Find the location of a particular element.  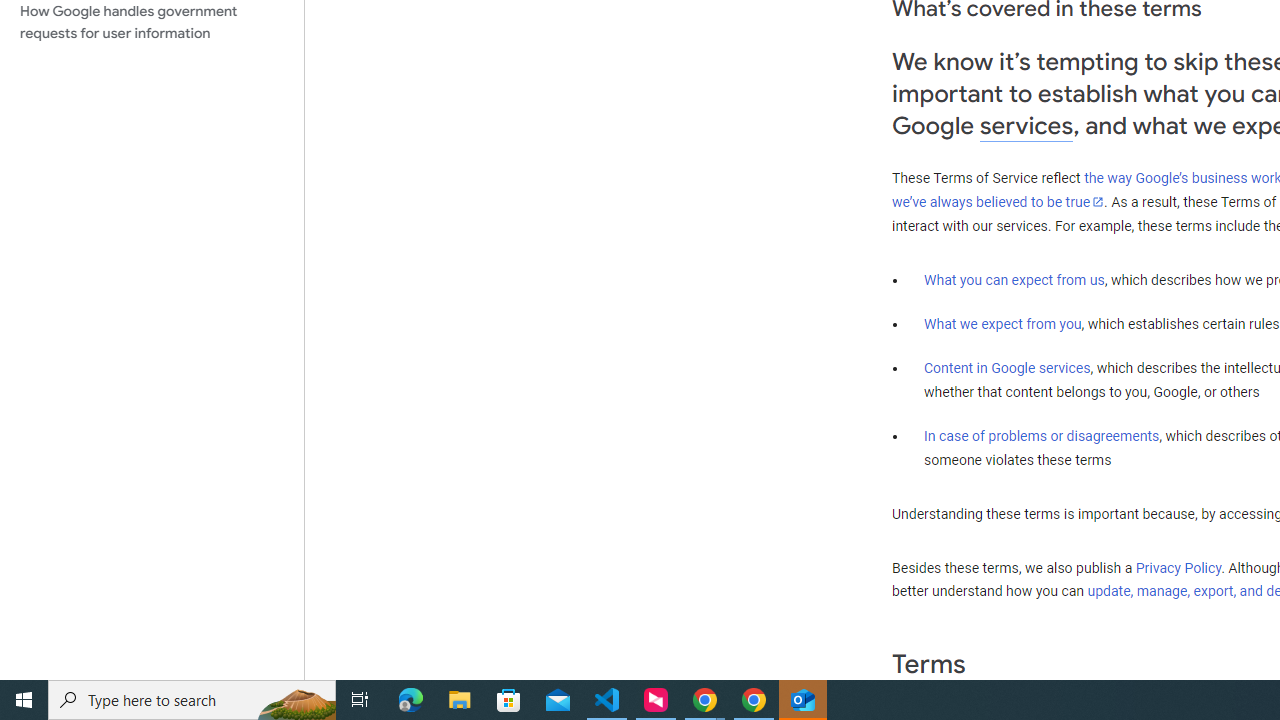

'What you can expect from us' is located at coordinates (1014, 279).